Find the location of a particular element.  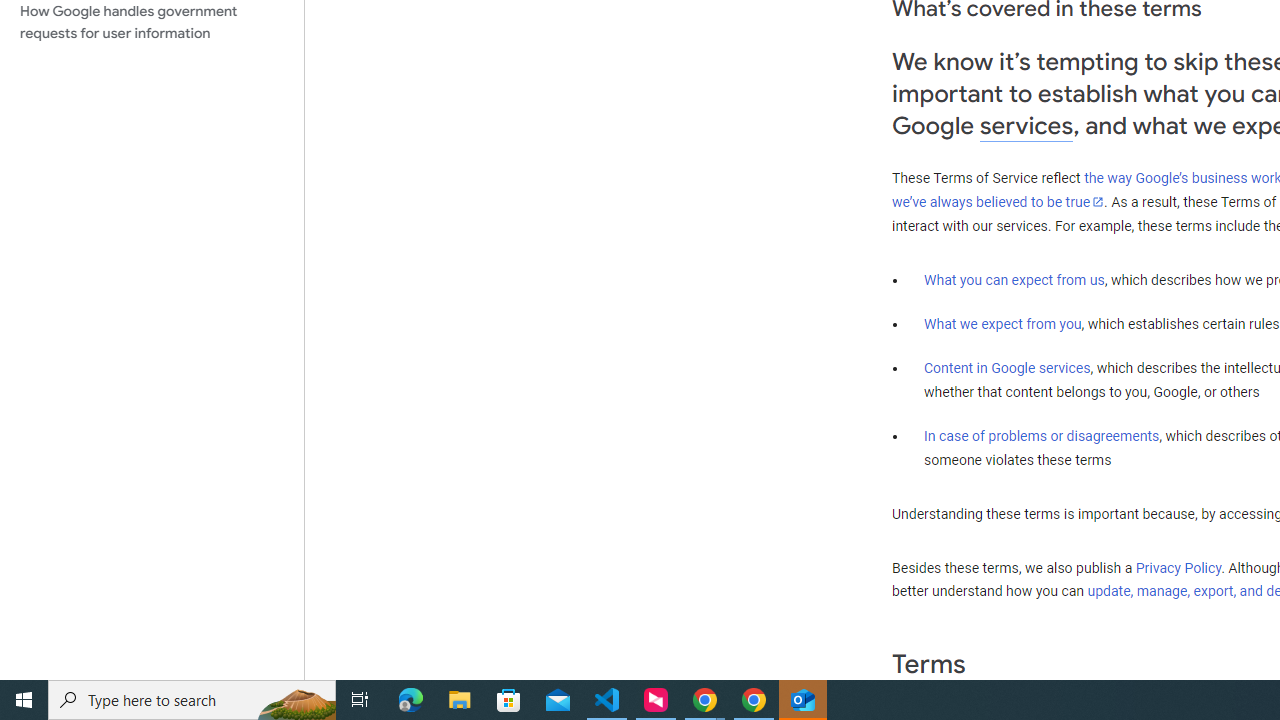

'What you can expect from us' is located at coordinates (1014, 279).